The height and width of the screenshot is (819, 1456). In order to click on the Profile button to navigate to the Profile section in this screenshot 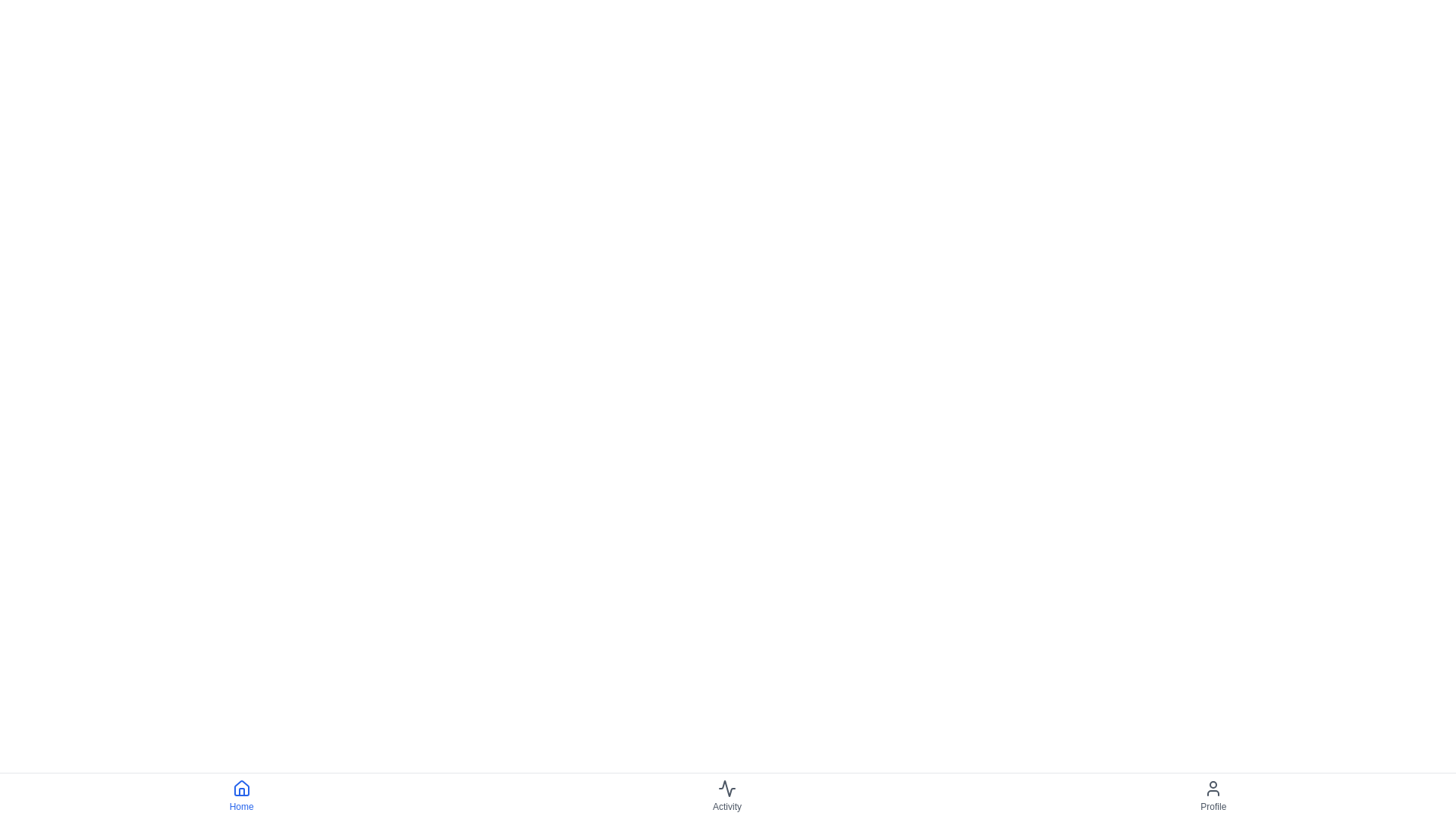, I will do `click(1212, 795)`.